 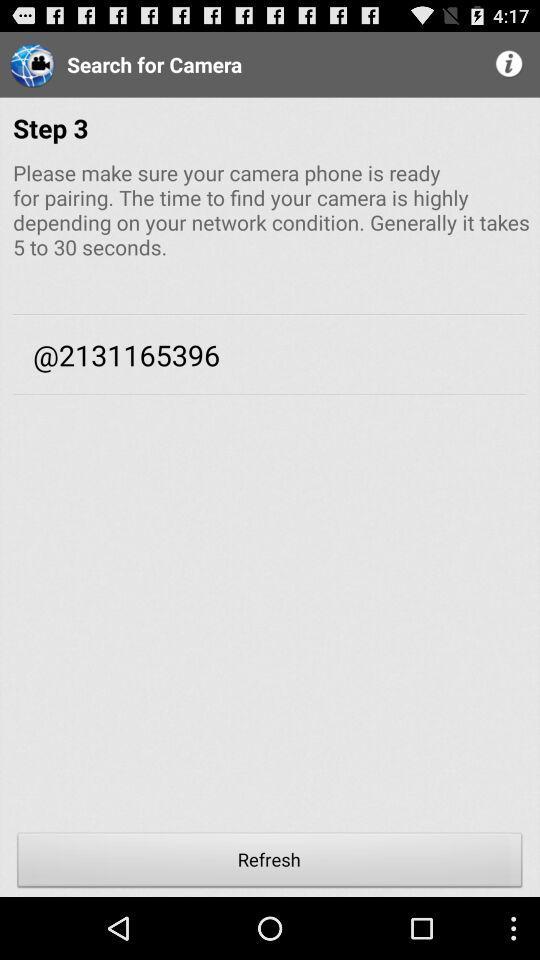 What do you see at coordinates (510, 64) in the screenshot?
I see `options` at bounding box center [510, 64].